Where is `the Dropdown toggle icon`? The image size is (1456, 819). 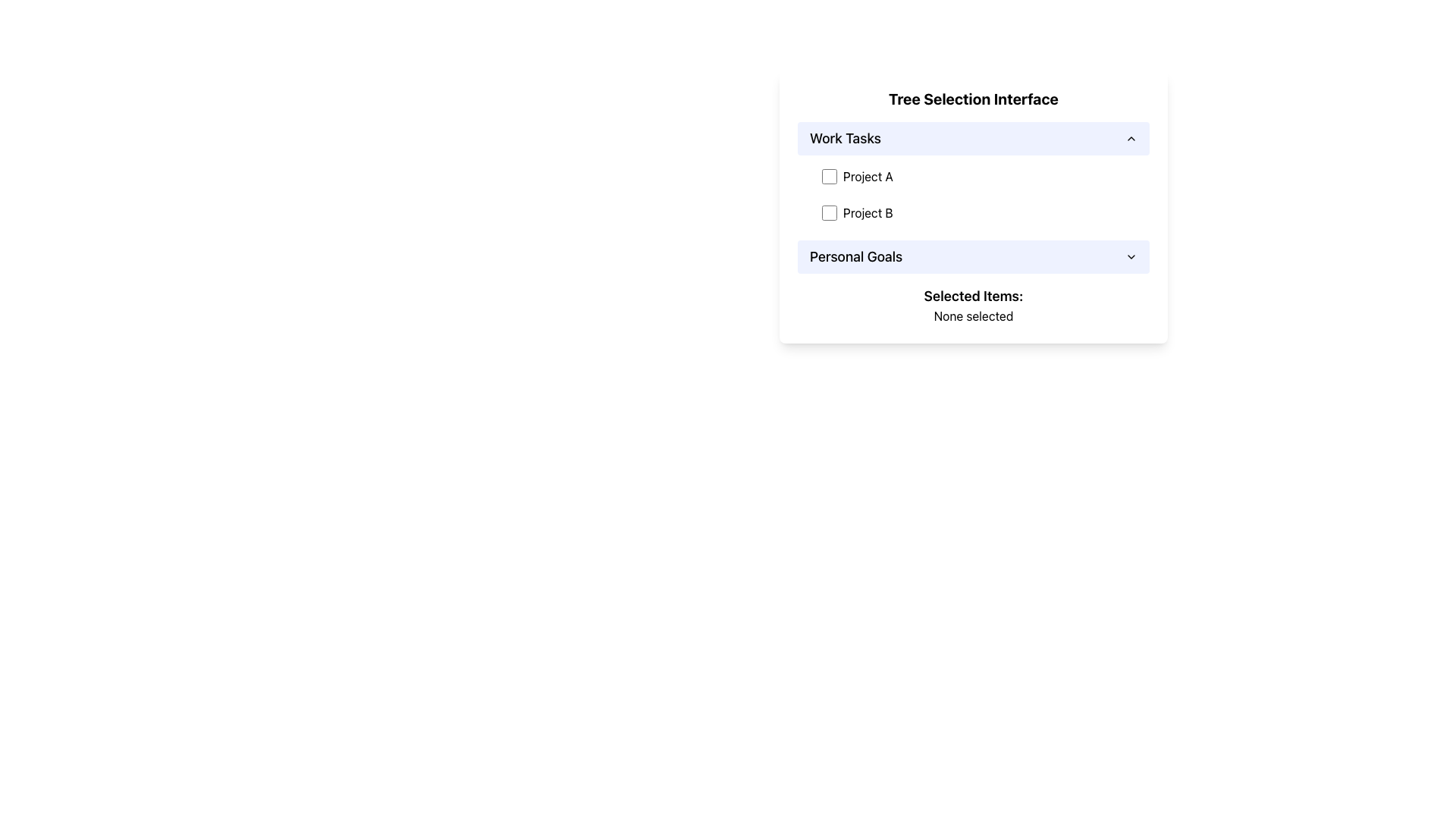 the Dropdown toggle icon is located at coordinates (1131, 256).